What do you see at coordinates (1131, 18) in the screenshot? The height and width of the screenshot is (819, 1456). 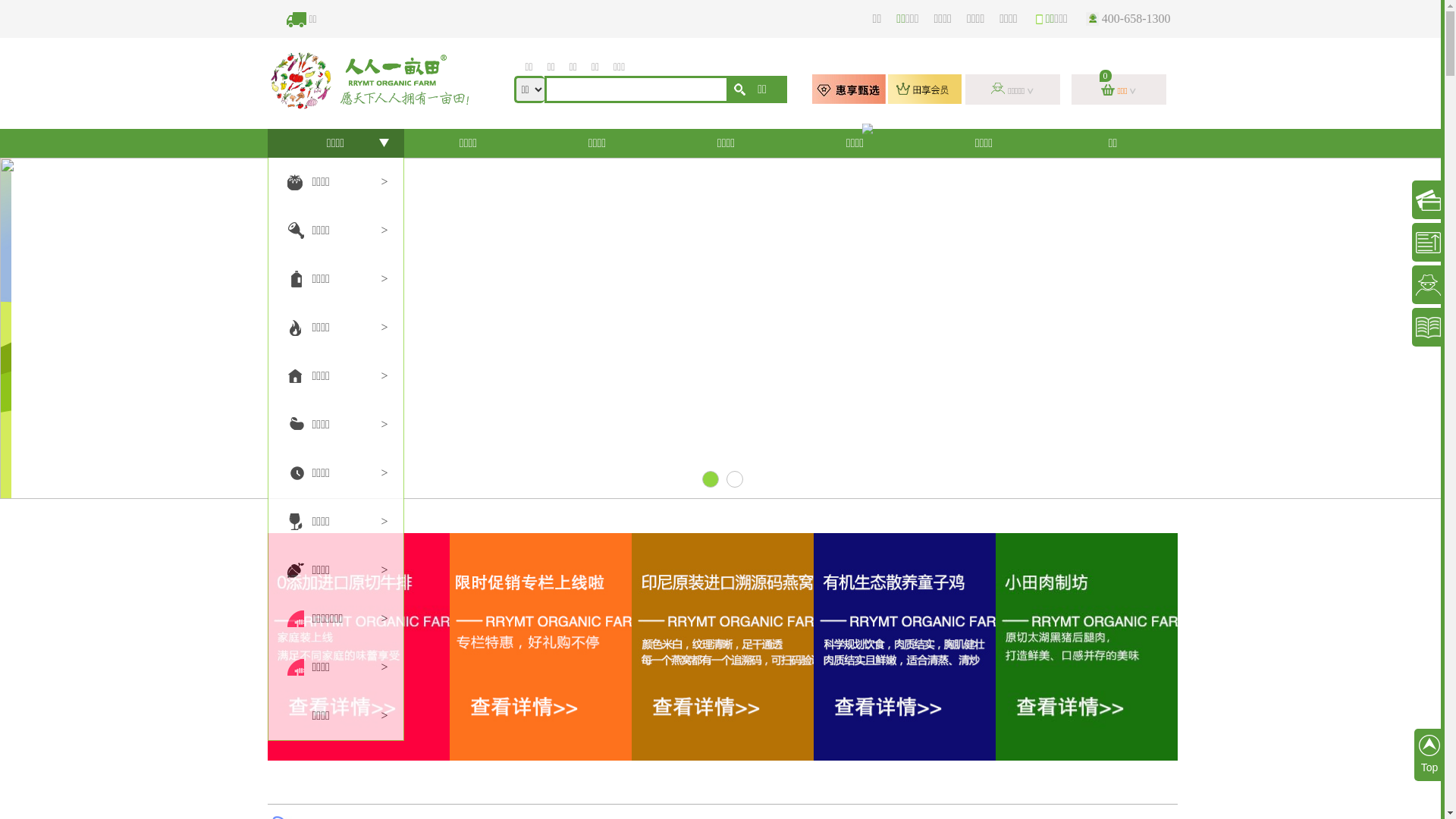 I see `'400-658-1300'` at bounding box center [1131, 18].